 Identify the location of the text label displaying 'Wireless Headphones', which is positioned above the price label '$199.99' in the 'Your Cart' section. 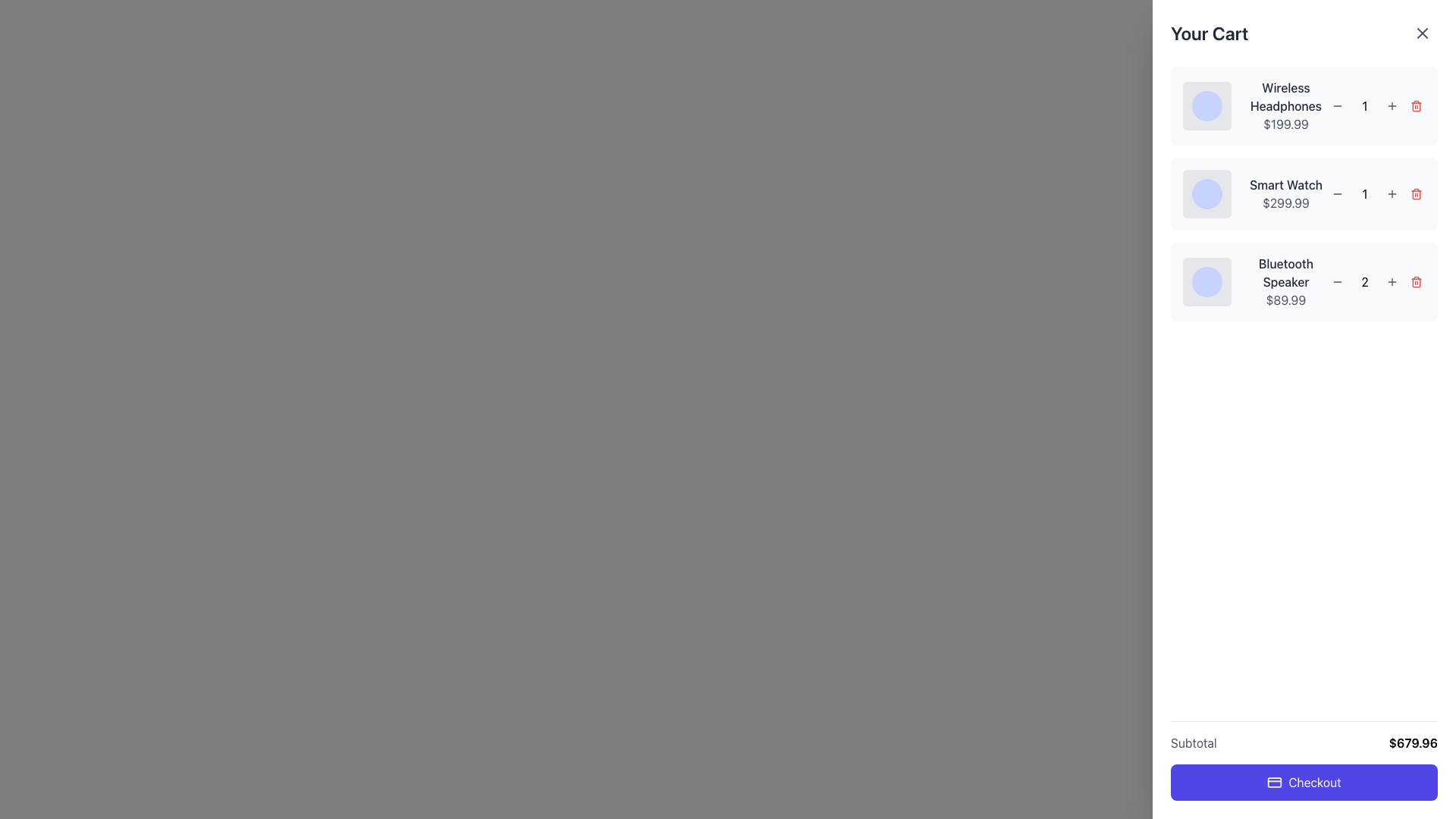
(1285, 96).